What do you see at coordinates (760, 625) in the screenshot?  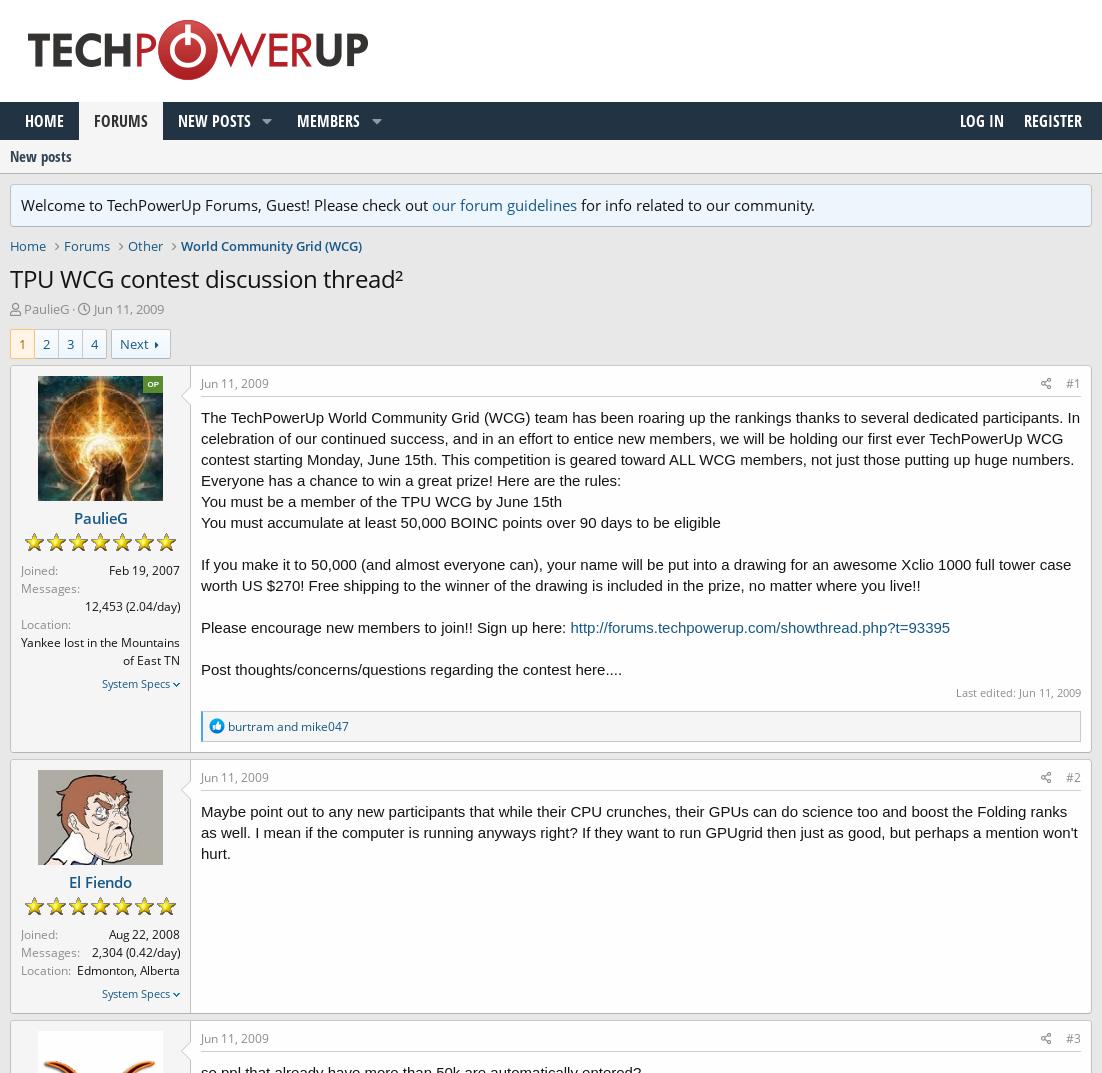 I see `'http://forums.techpowerup.com/showthread.php?t=93395'` at bounding box center [760, 625].